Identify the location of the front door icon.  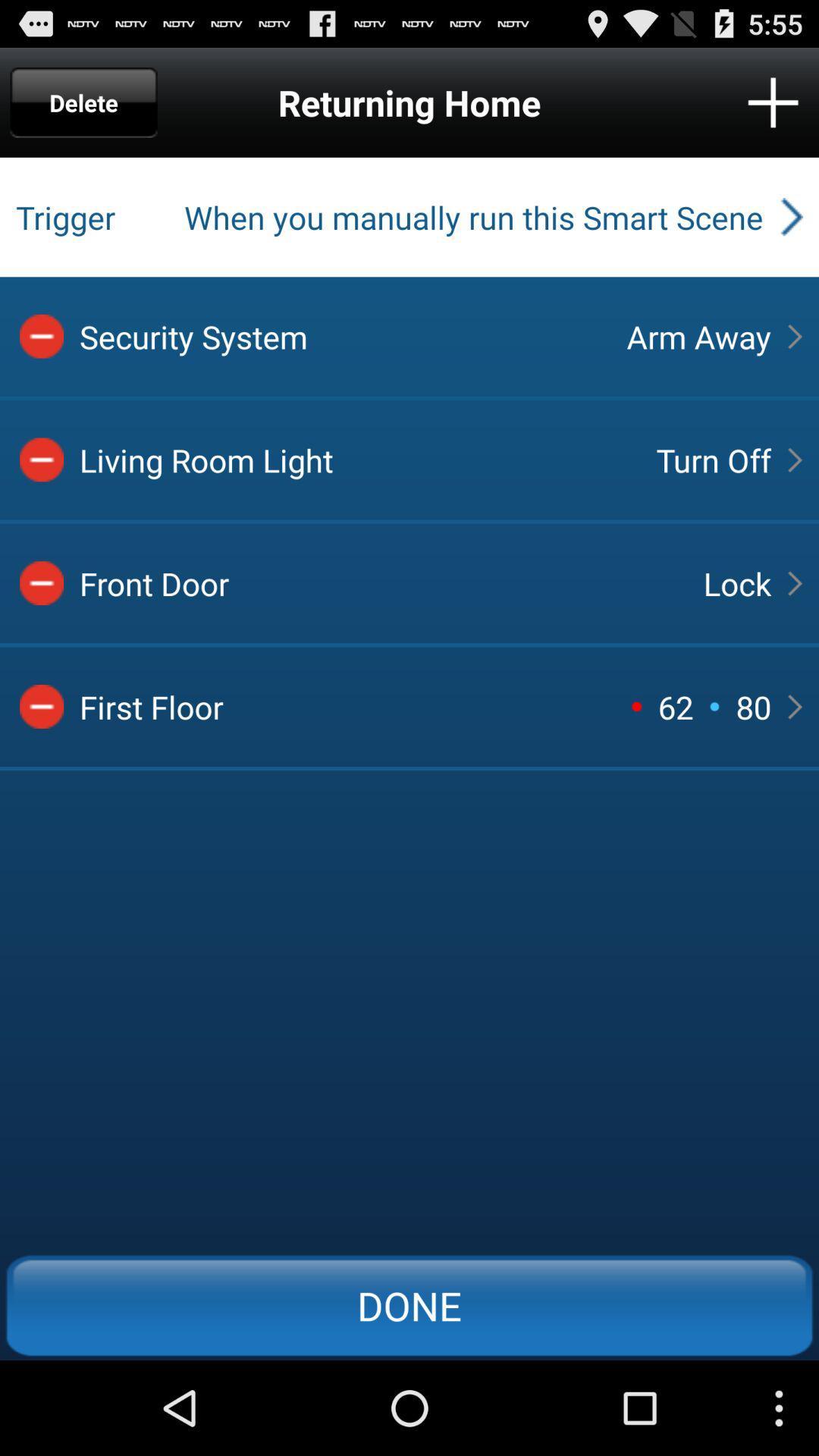
(378, 582).